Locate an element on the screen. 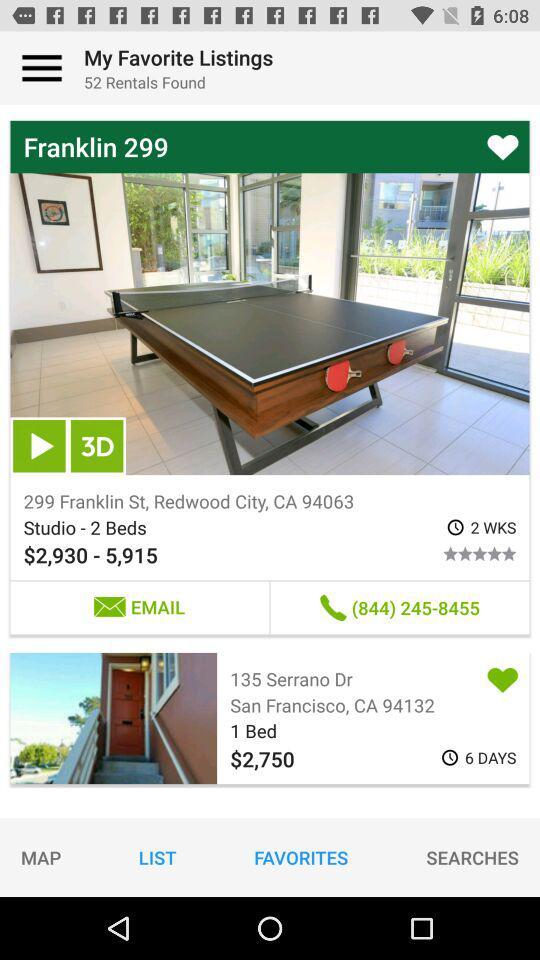 The image size is (540, 960). press for main menu options is located at coordinates (42, 68).